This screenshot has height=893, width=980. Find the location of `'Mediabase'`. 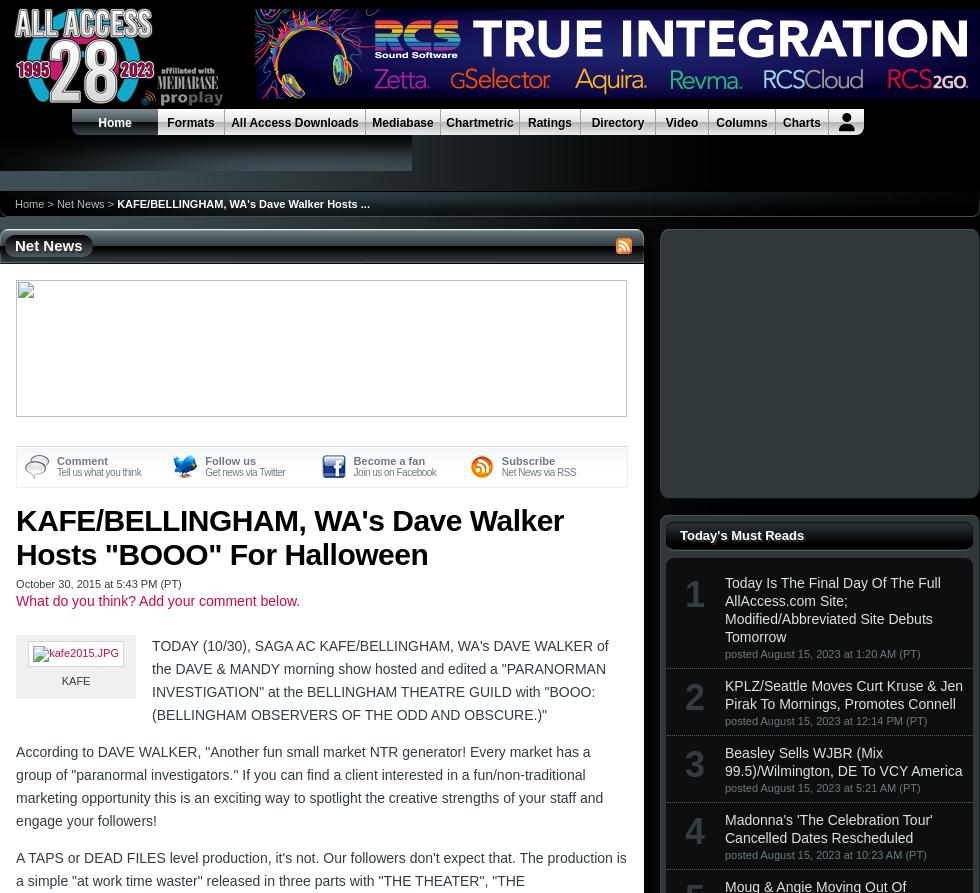

'Mediabase' is located at coordinates (402, 122).